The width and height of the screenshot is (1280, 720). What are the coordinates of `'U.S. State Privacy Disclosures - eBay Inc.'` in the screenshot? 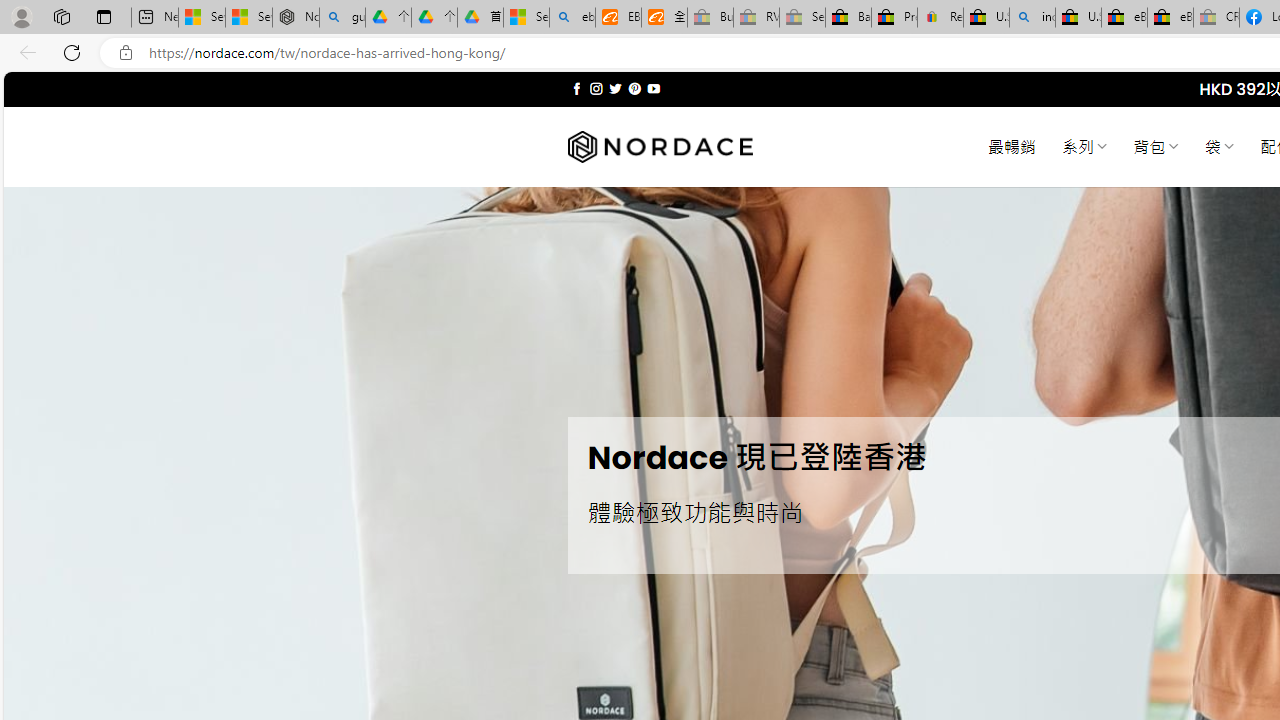 It's located at (1077, 17).